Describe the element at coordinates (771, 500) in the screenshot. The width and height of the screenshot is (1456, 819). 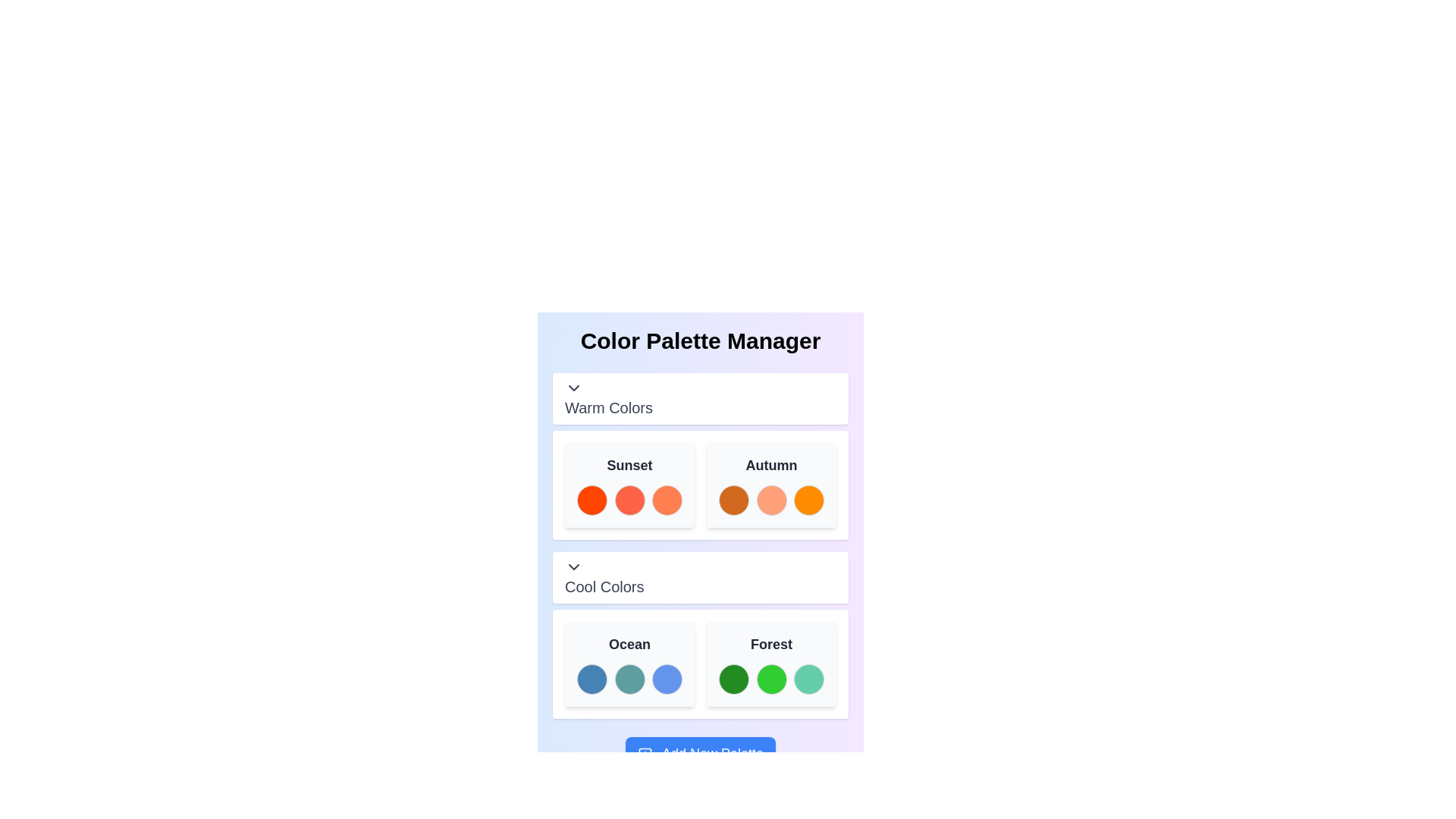
I see `the second color swatch in the 'Autumn' box, which is part of the 'Warm Colors' section` at that location.